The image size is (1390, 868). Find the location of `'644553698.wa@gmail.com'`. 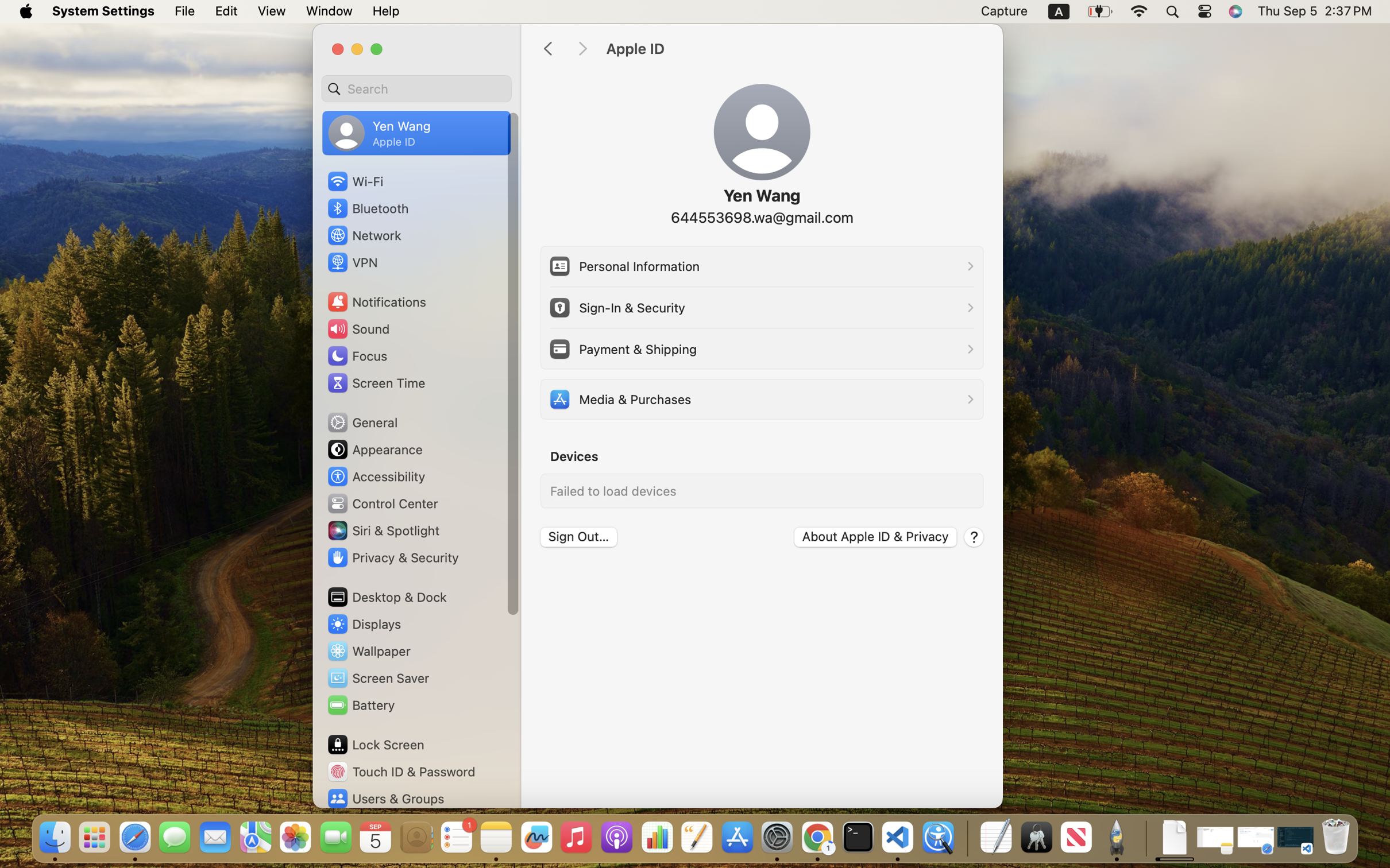

'644553698.wa@gmail.com' is located at coordinates (760, 217).